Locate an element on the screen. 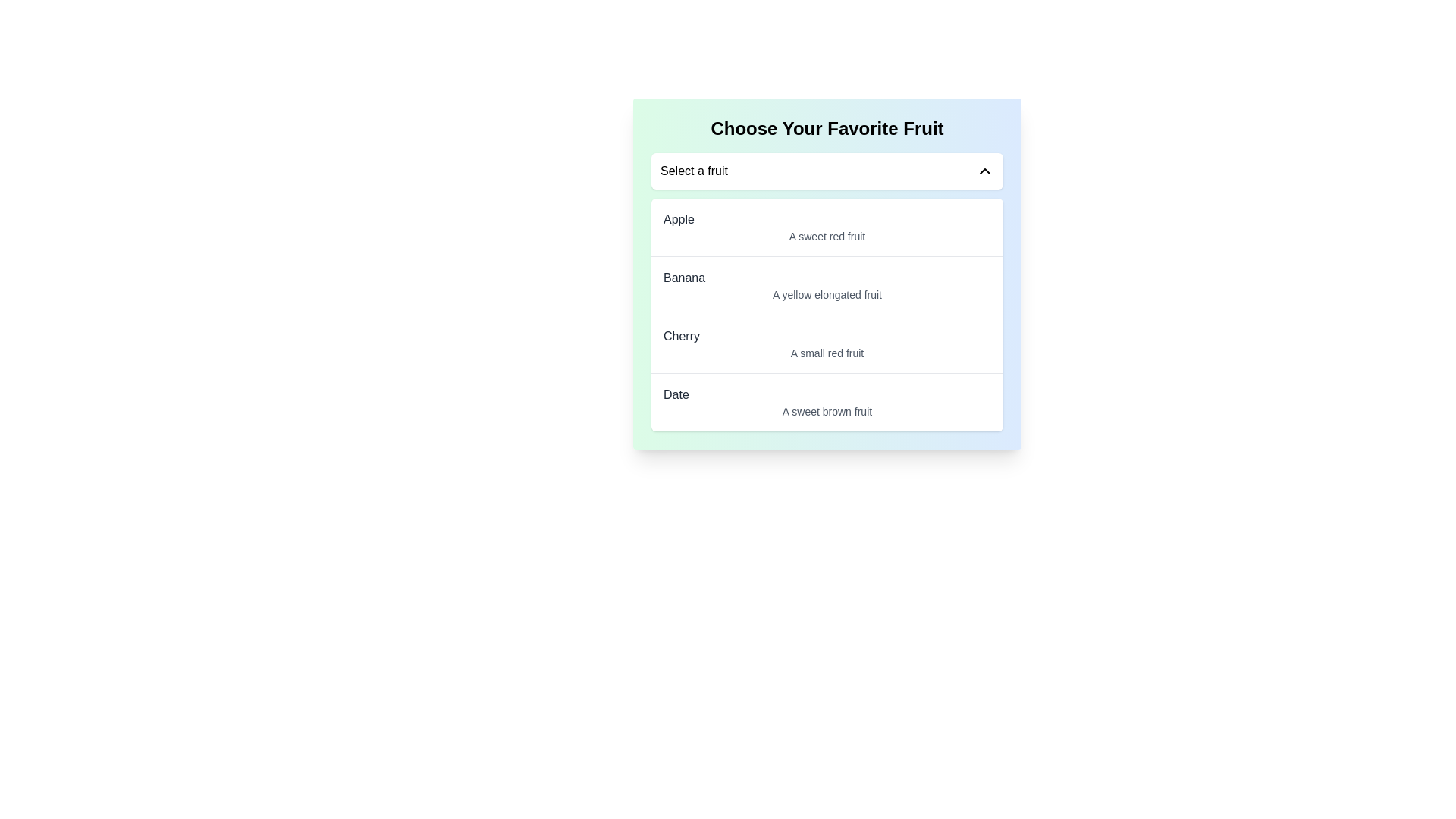 This screenshot has height=819, width=1456. the text label 'Cherry' from the third option of the selection list 'Choose Your Favorite Fruit' is located at coordinates (826, 335).